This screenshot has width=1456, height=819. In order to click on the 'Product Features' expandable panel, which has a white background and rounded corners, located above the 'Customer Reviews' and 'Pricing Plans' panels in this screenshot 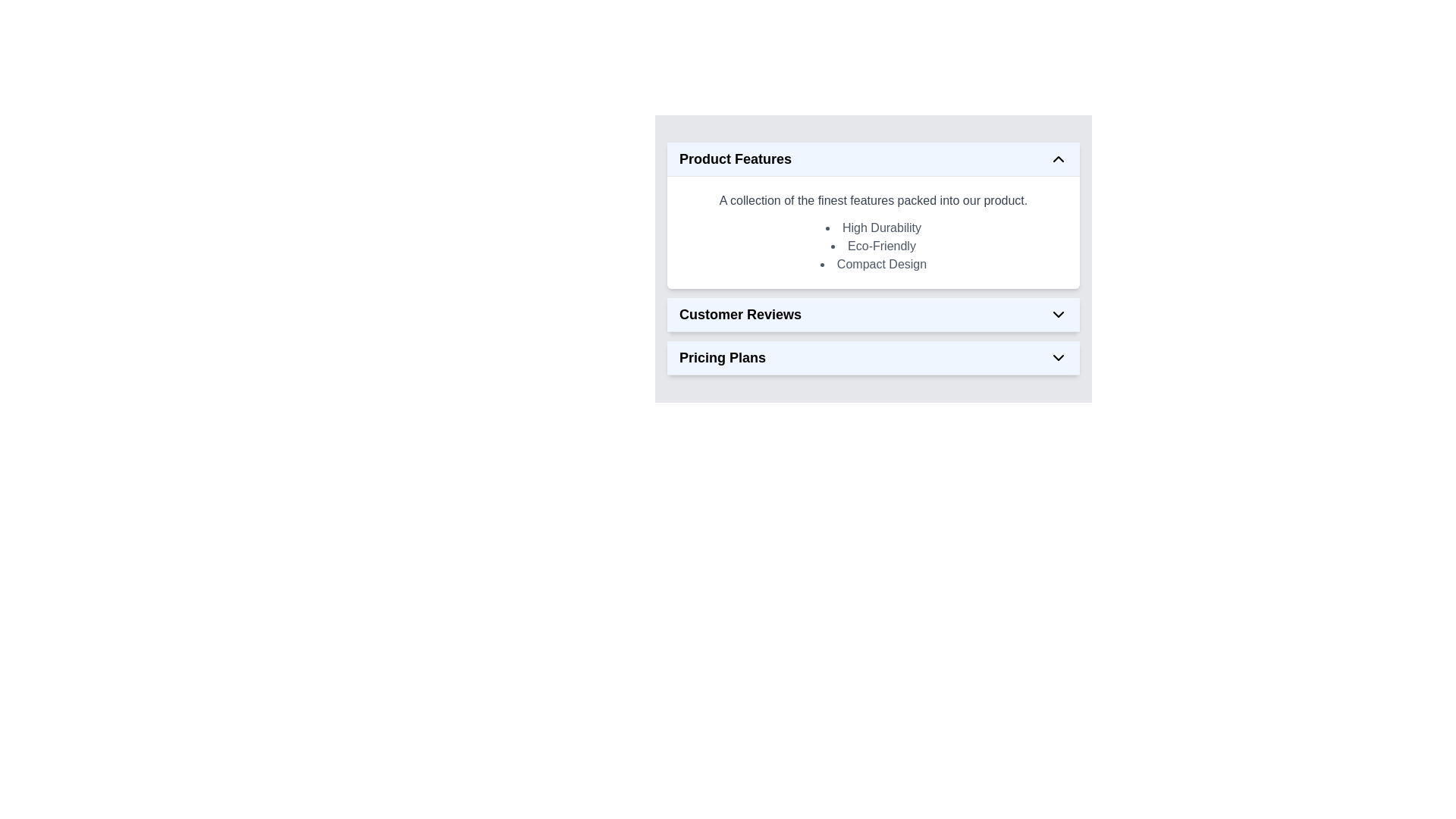, I will do `click(874, 215)`.